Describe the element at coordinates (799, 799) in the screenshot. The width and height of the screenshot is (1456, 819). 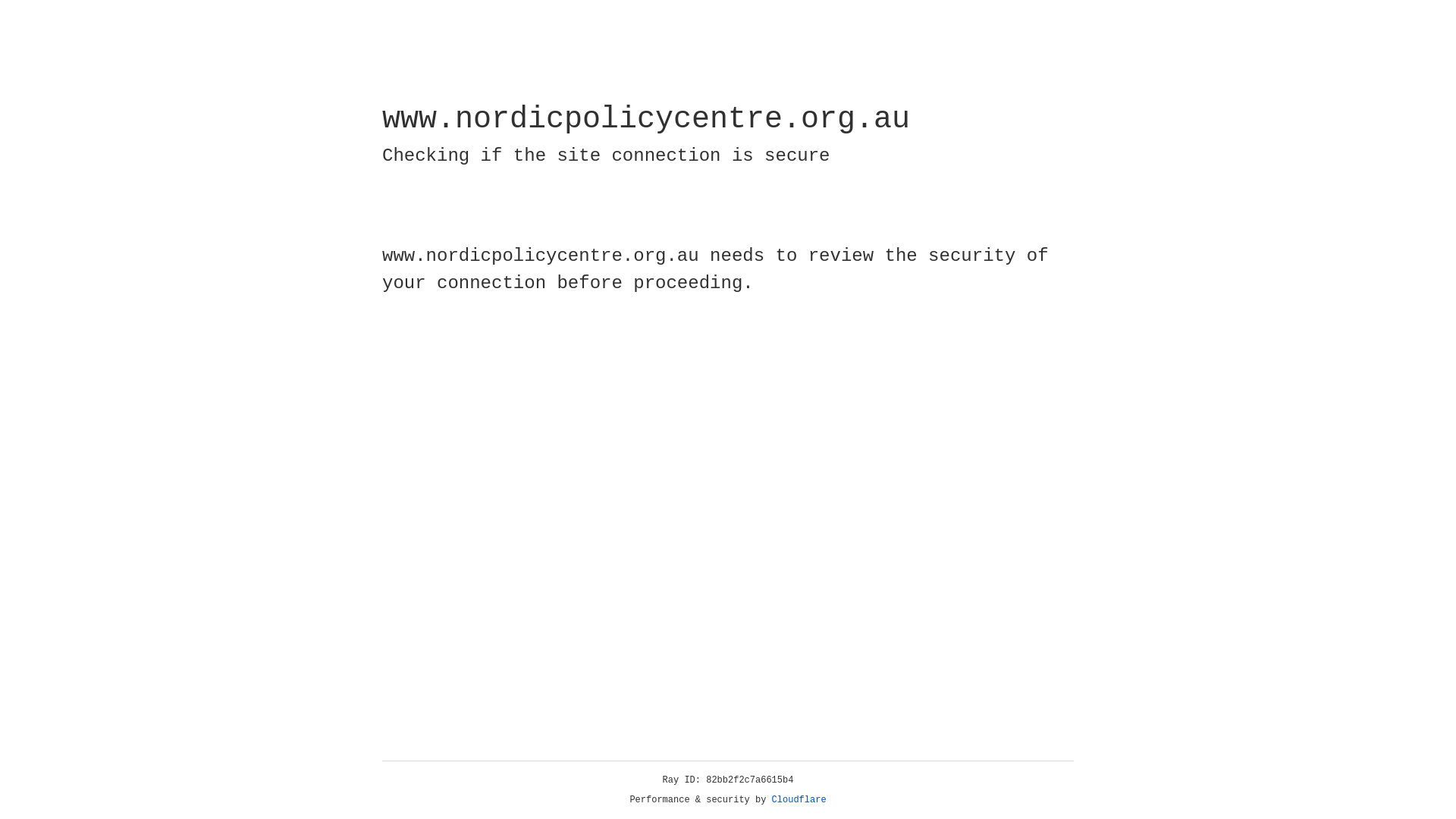
I see `'Cloudflare'` at that location.